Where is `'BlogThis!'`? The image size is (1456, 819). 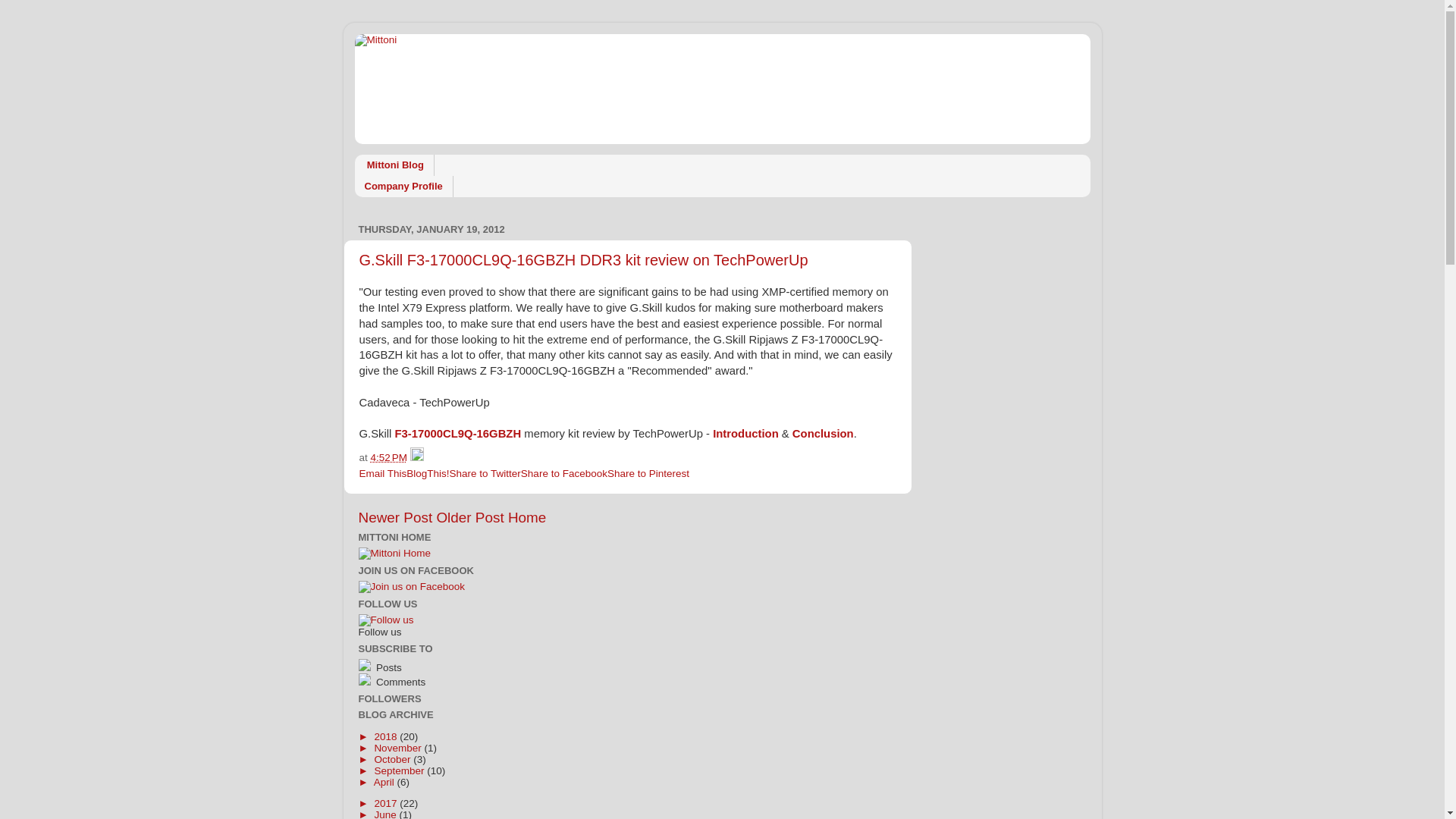 'BlogThis!' is located at coordinates (427, 472).